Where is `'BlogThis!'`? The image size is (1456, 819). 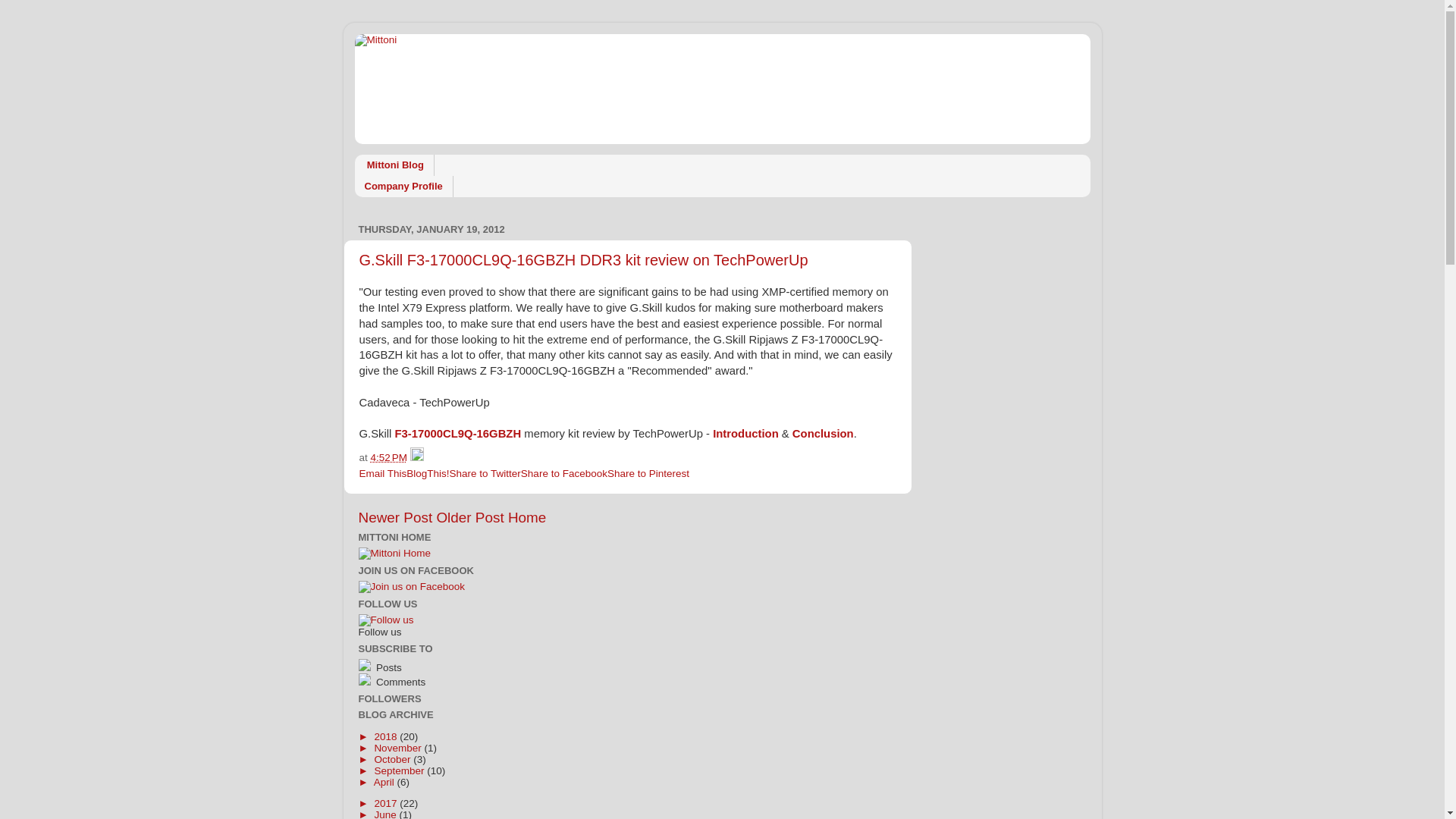 'BlogThis!' is located at coordinates (427, 472).